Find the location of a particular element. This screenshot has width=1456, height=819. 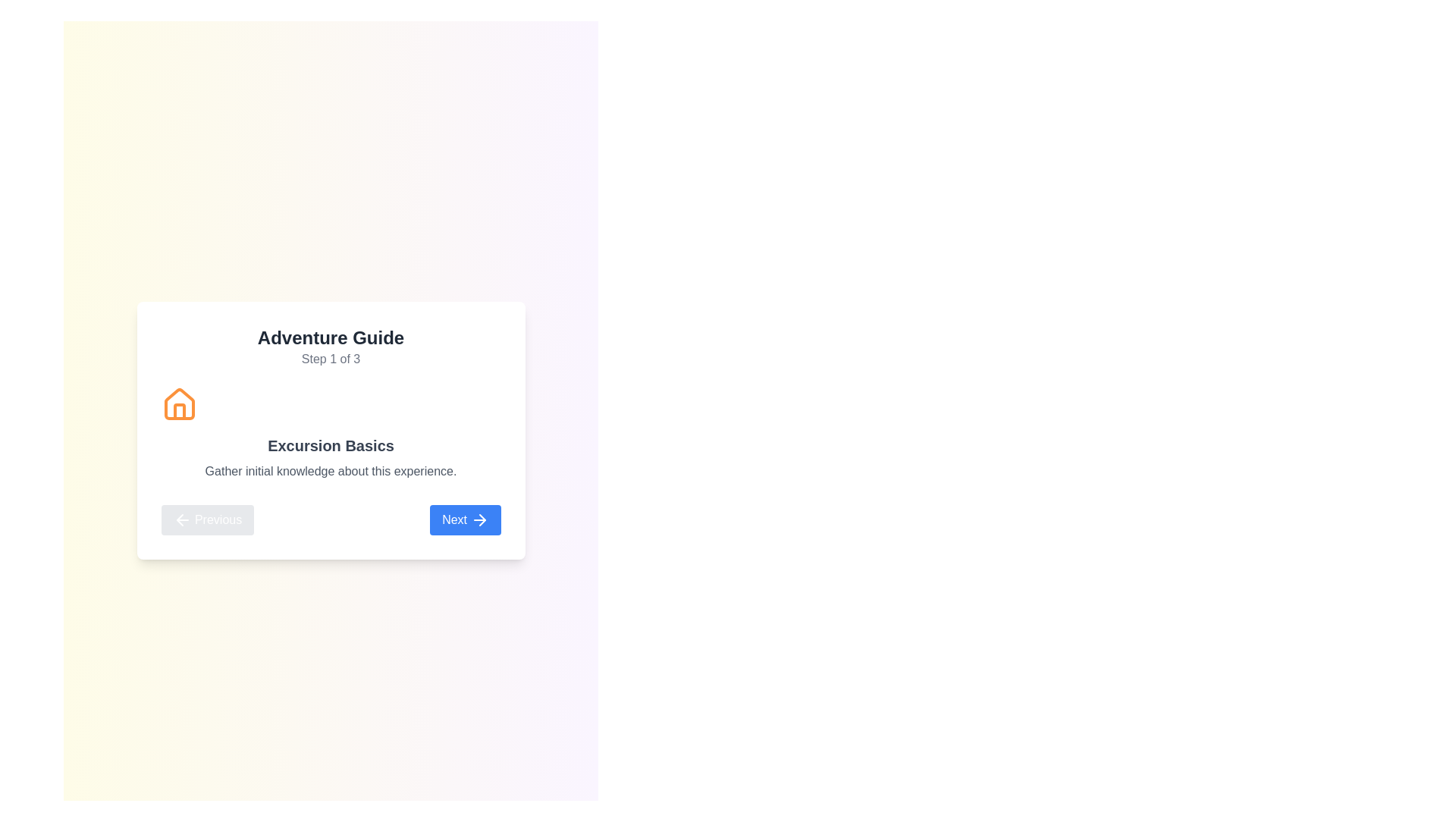

the button located at the bottom-right of the card layout is located at coordinates (464, 519).